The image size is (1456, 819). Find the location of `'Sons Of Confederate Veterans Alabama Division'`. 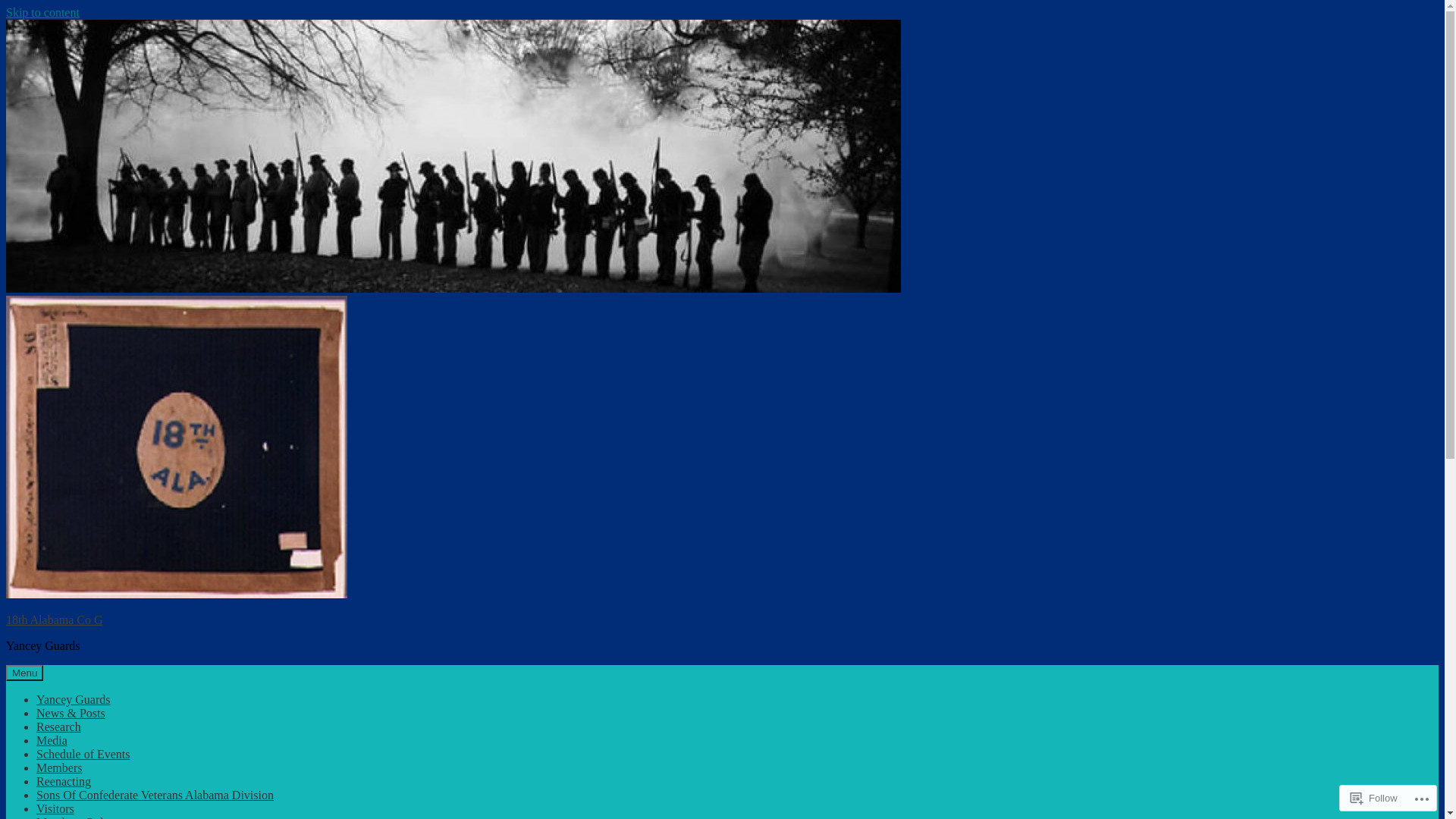

'Sons Of Confederate Veterans Alabama Division' is located at coordinates (155, 794).